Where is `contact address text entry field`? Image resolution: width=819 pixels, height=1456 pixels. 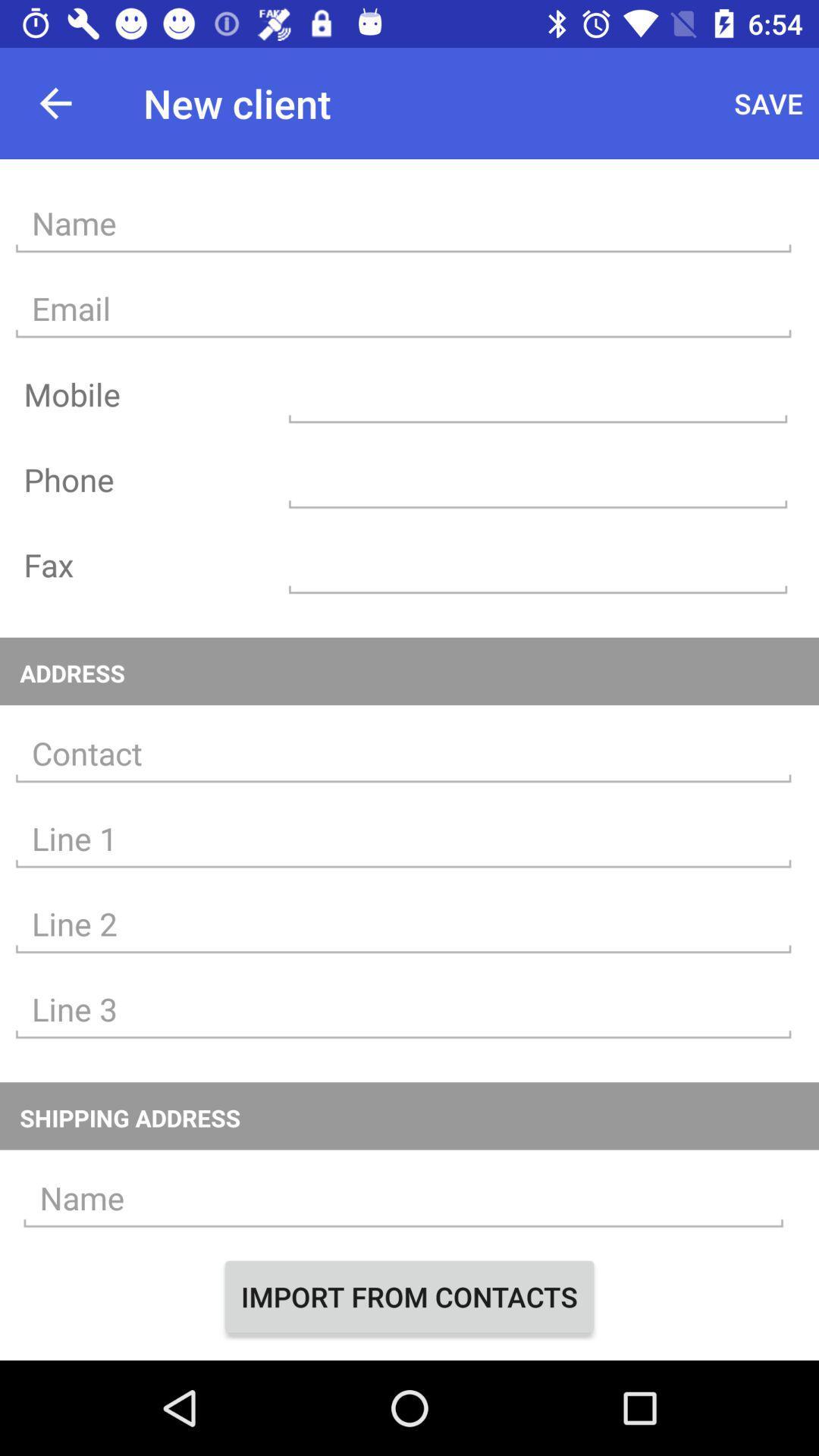
contact address text entry field is located at coordinates (403, 754).